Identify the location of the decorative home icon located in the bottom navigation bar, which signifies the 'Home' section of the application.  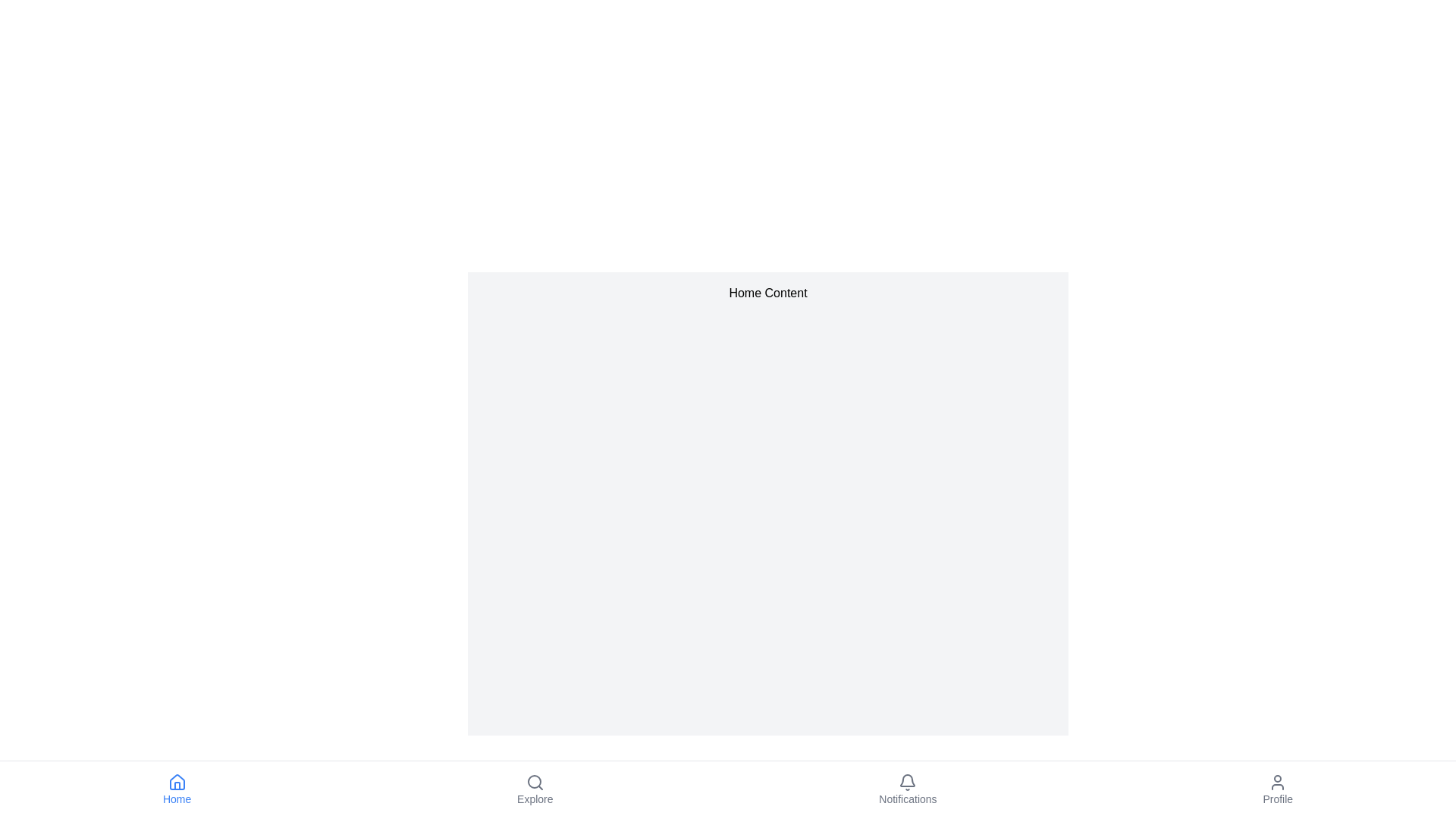
(177, 785).